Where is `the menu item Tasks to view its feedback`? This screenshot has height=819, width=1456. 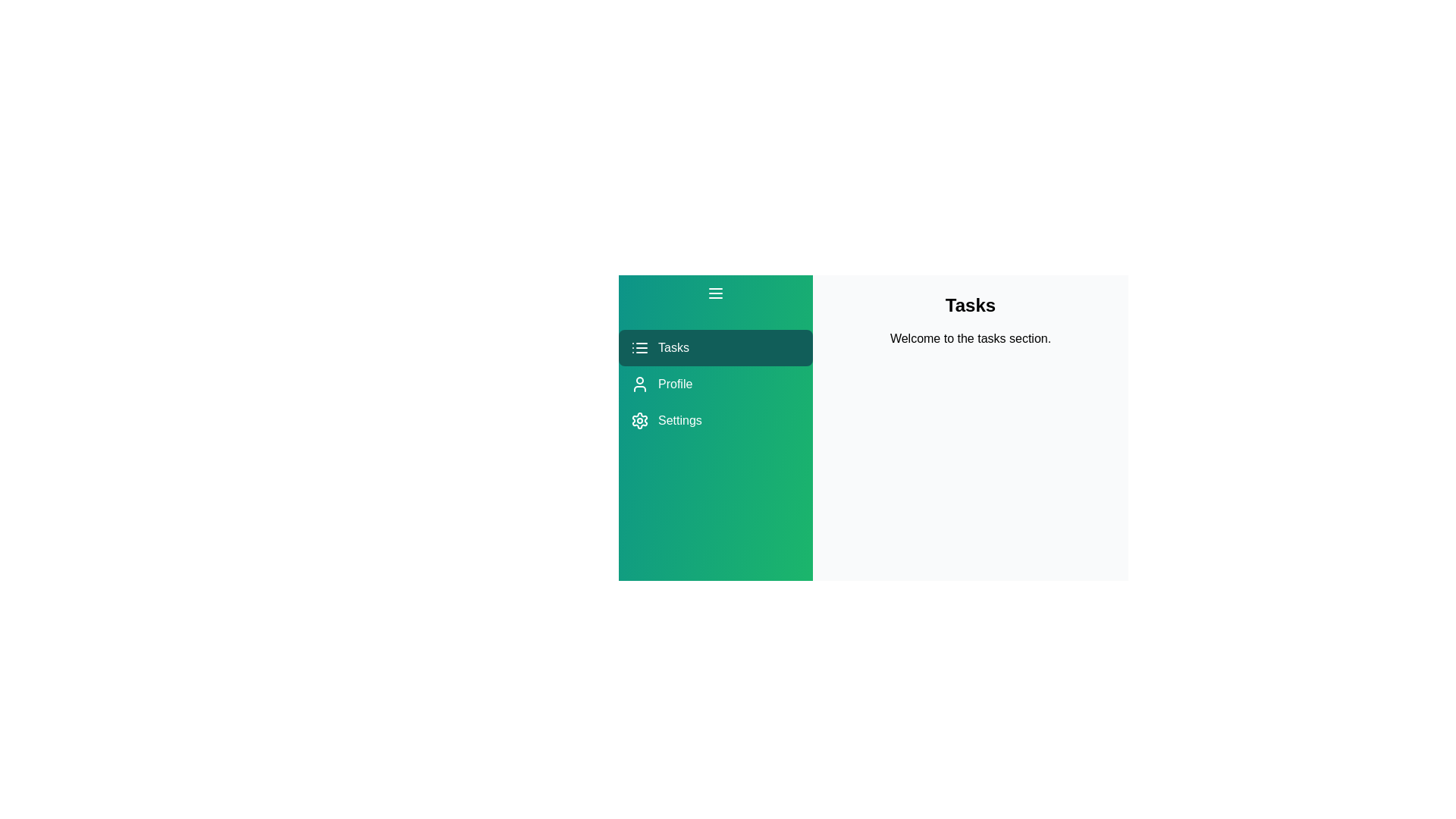
the menu item Tasks to view its feedback is located at coordinates (715, 348).